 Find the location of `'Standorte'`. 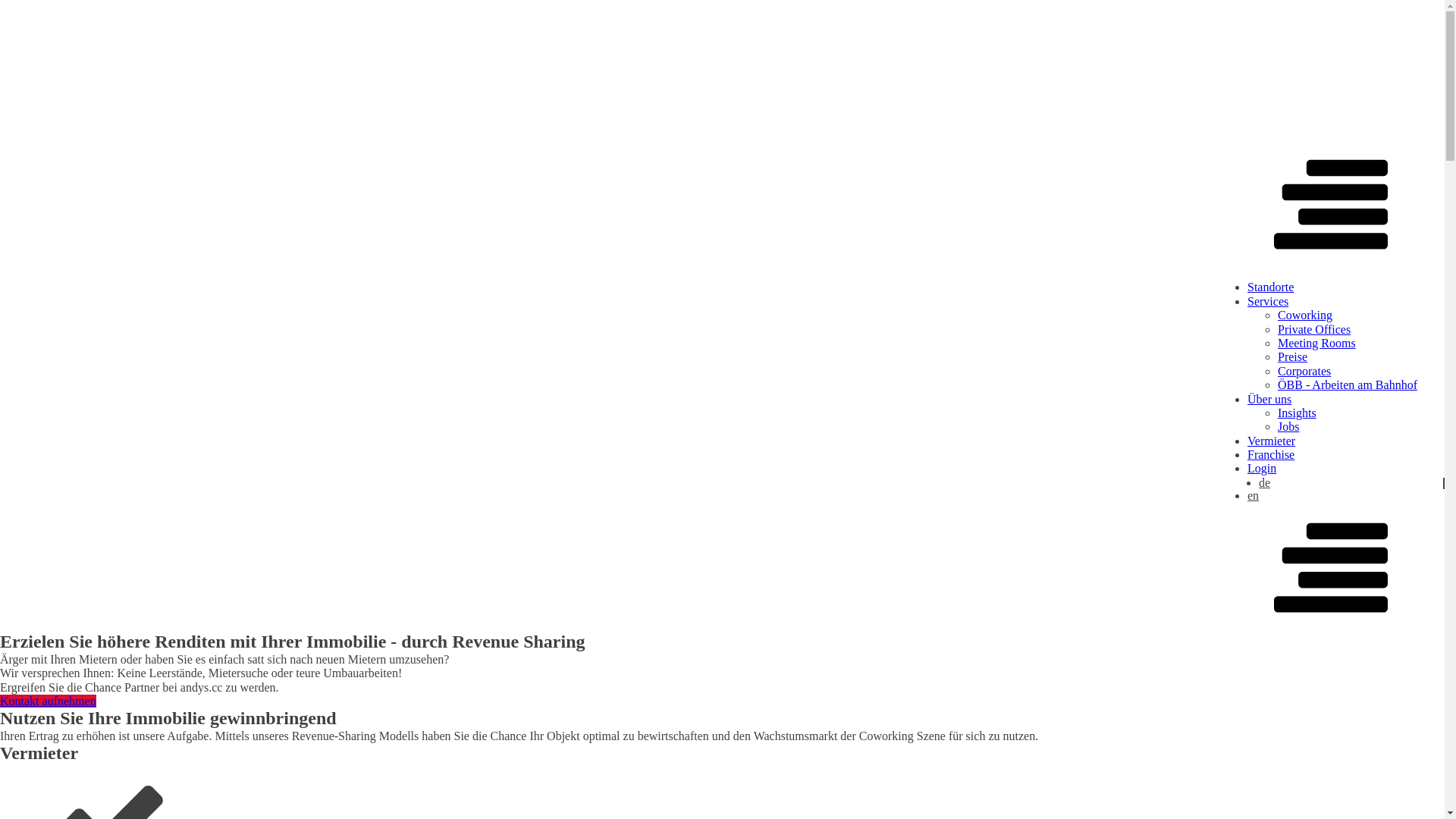

'Standorte' is located at coordinates (1270, 287).